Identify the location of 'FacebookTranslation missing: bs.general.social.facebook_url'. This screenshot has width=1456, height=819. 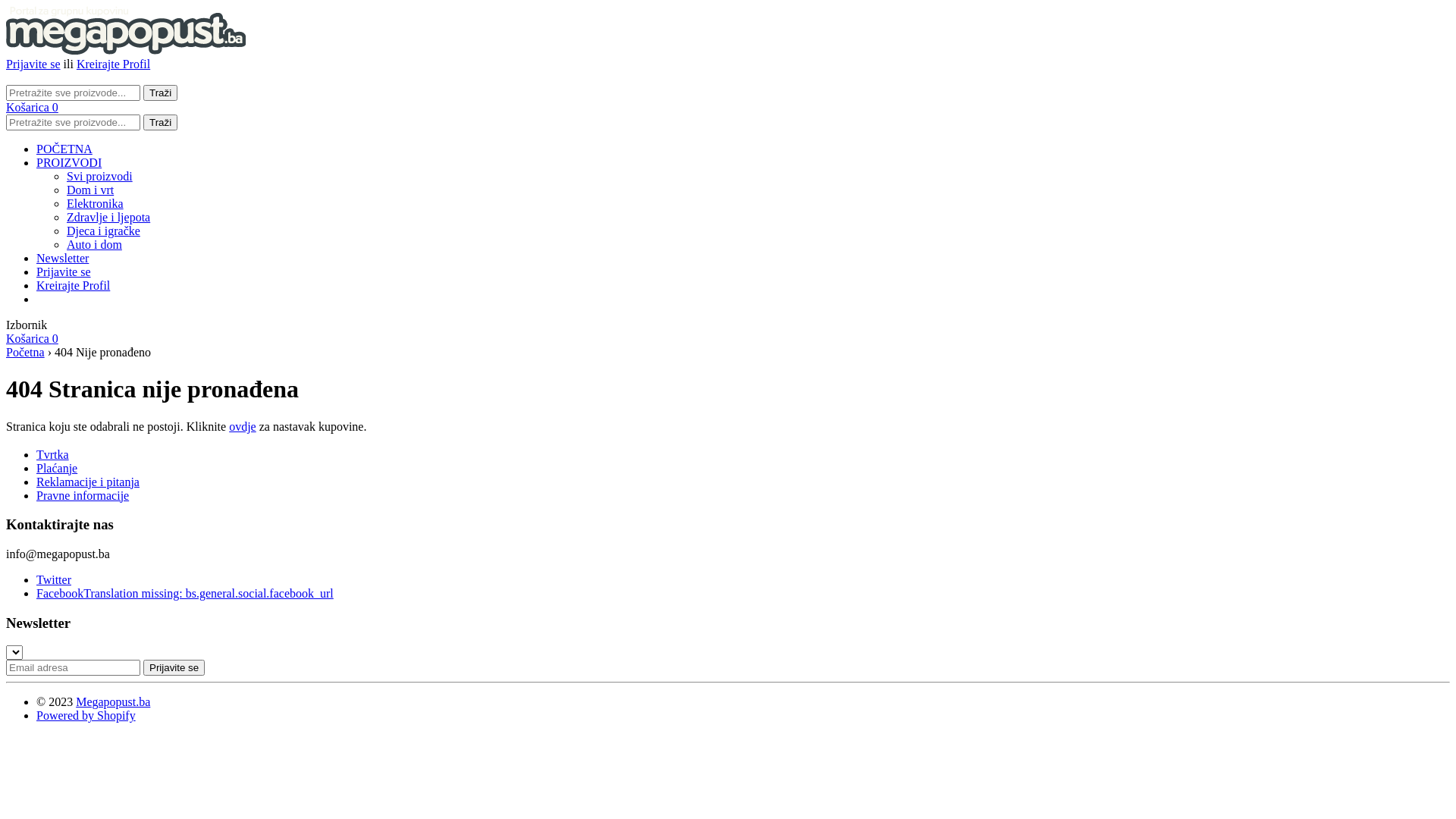
(184, 592).